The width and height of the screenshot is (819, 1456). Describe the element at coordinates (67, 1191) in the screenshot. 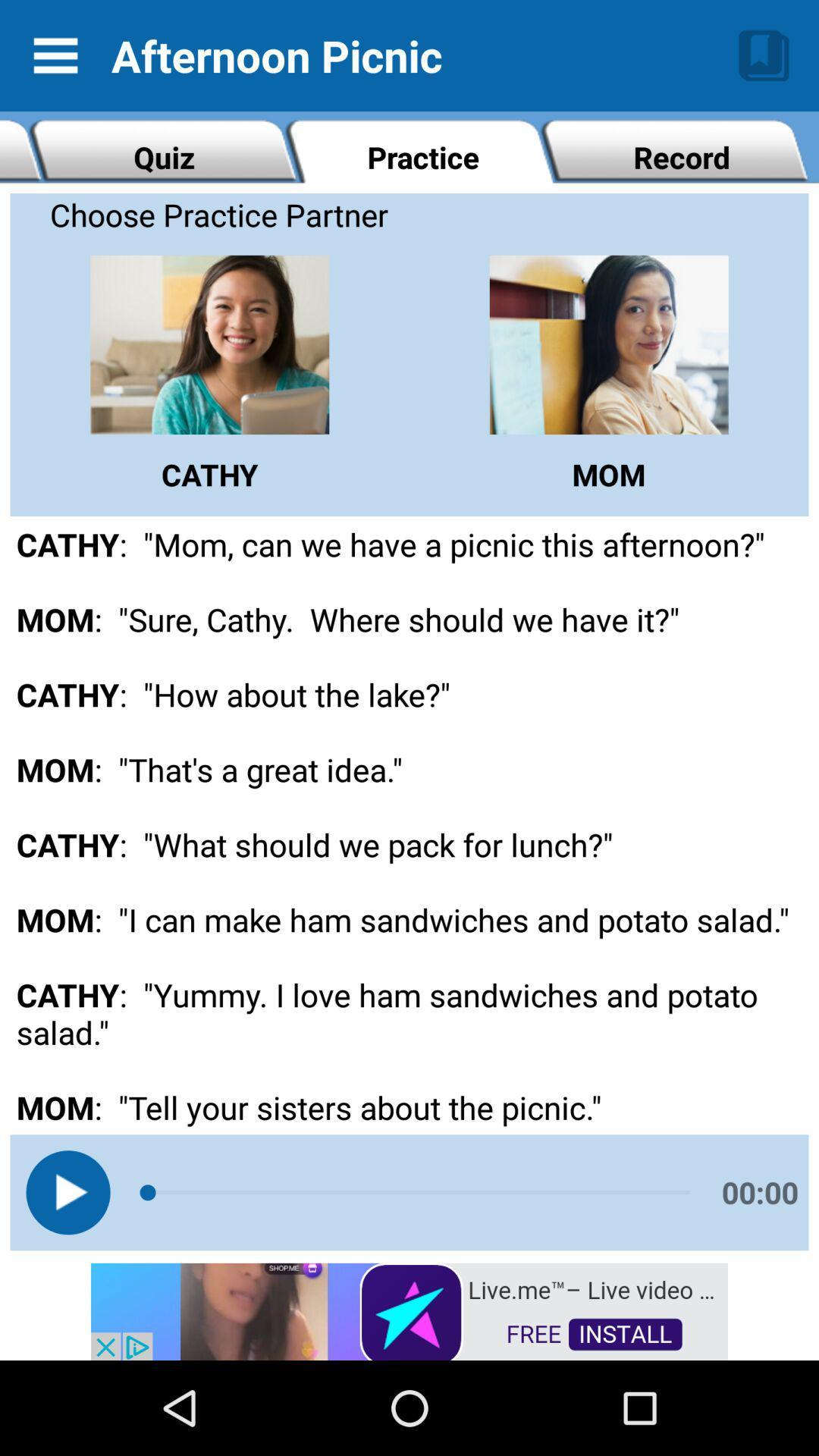

I see `the play icon` at that location.